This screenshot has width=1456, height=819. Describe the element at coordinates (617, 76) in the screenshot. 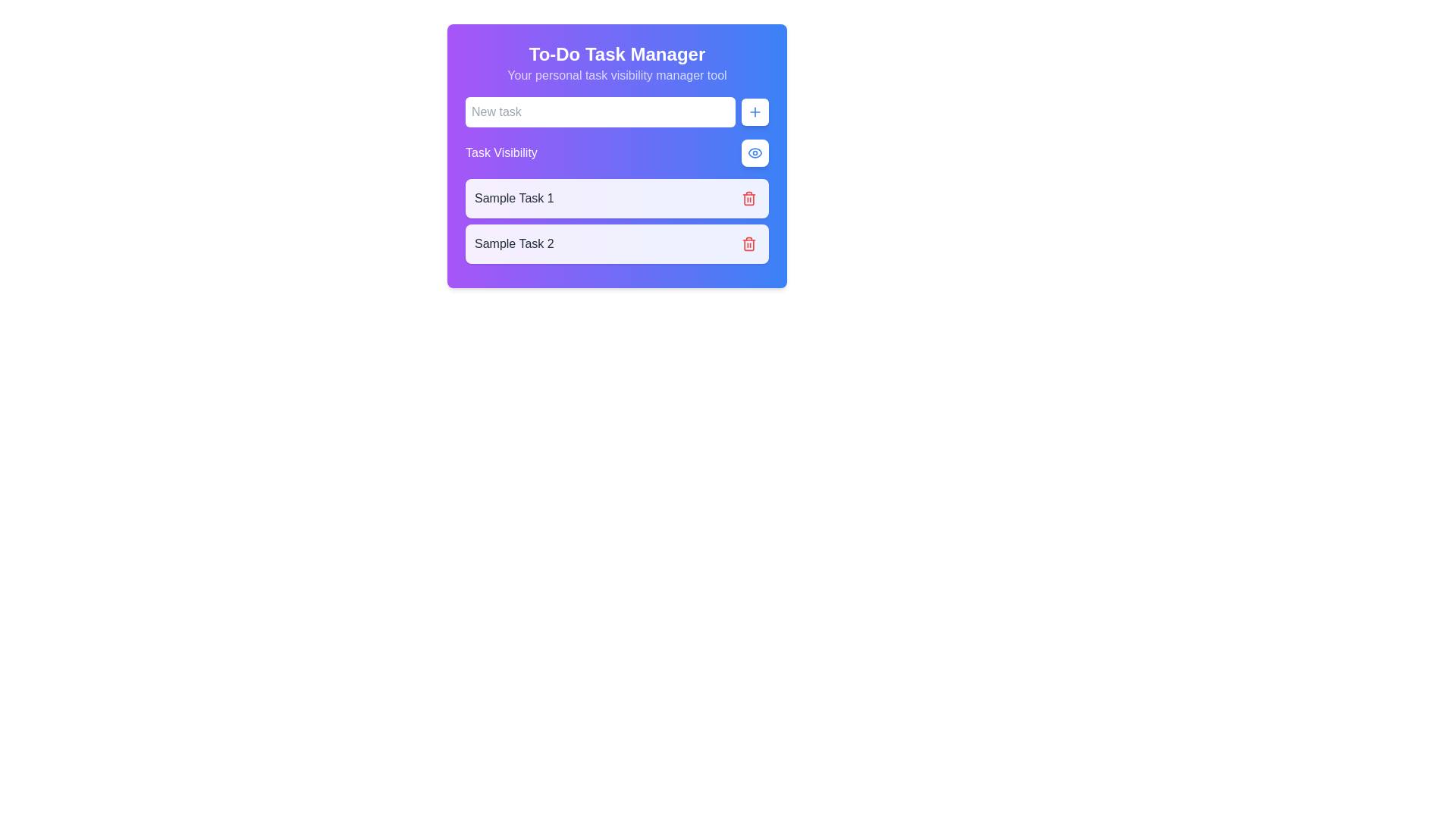

I see `the text label displaying 'Your personal task visibility manager tool', which is centered below the title 'To-Do Task Manager' in a panel with a gradient background` at that location.